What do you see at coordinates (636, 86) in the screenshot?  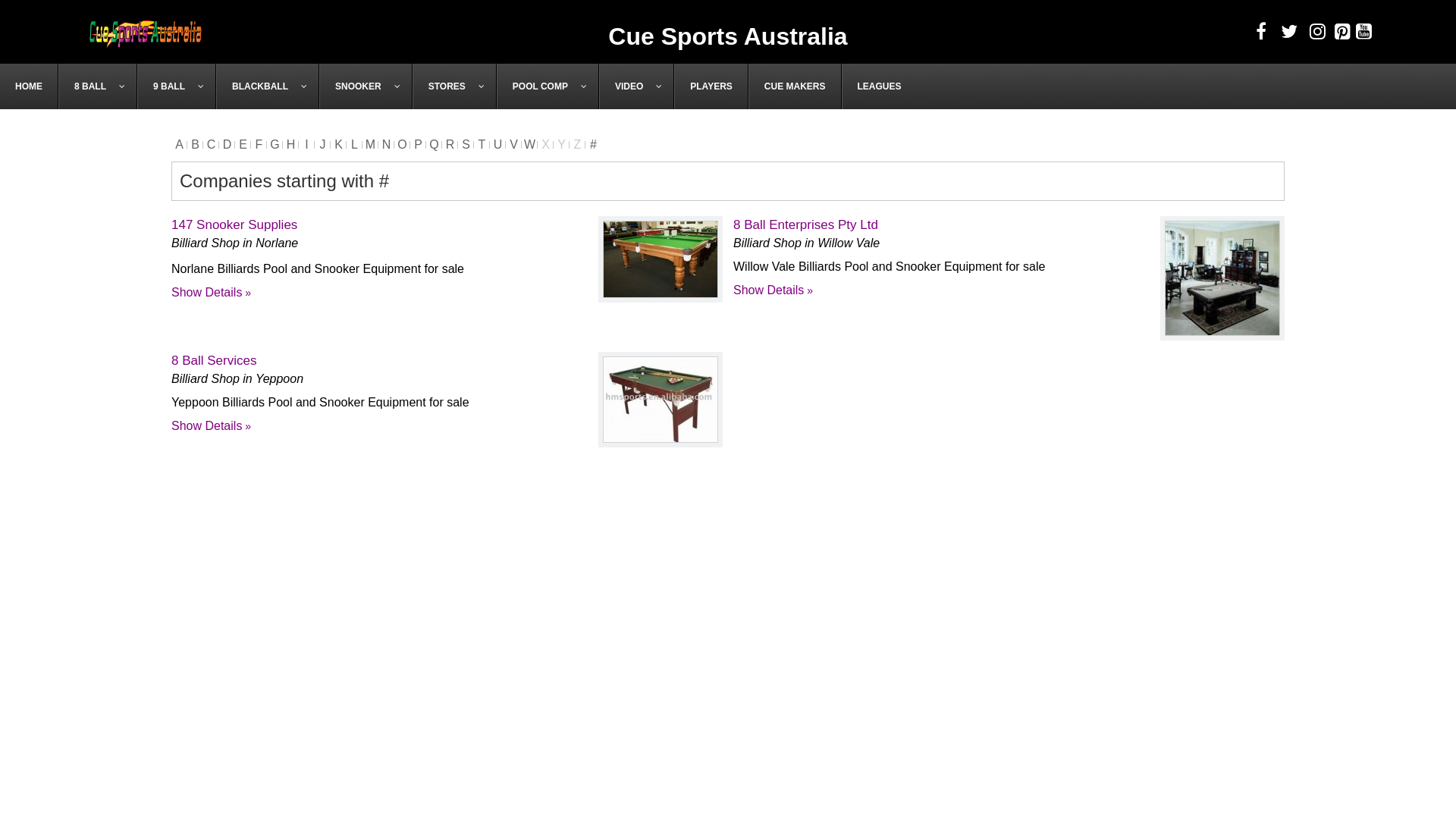 I see `'VIDEO'` at bounding box center [636, 86].